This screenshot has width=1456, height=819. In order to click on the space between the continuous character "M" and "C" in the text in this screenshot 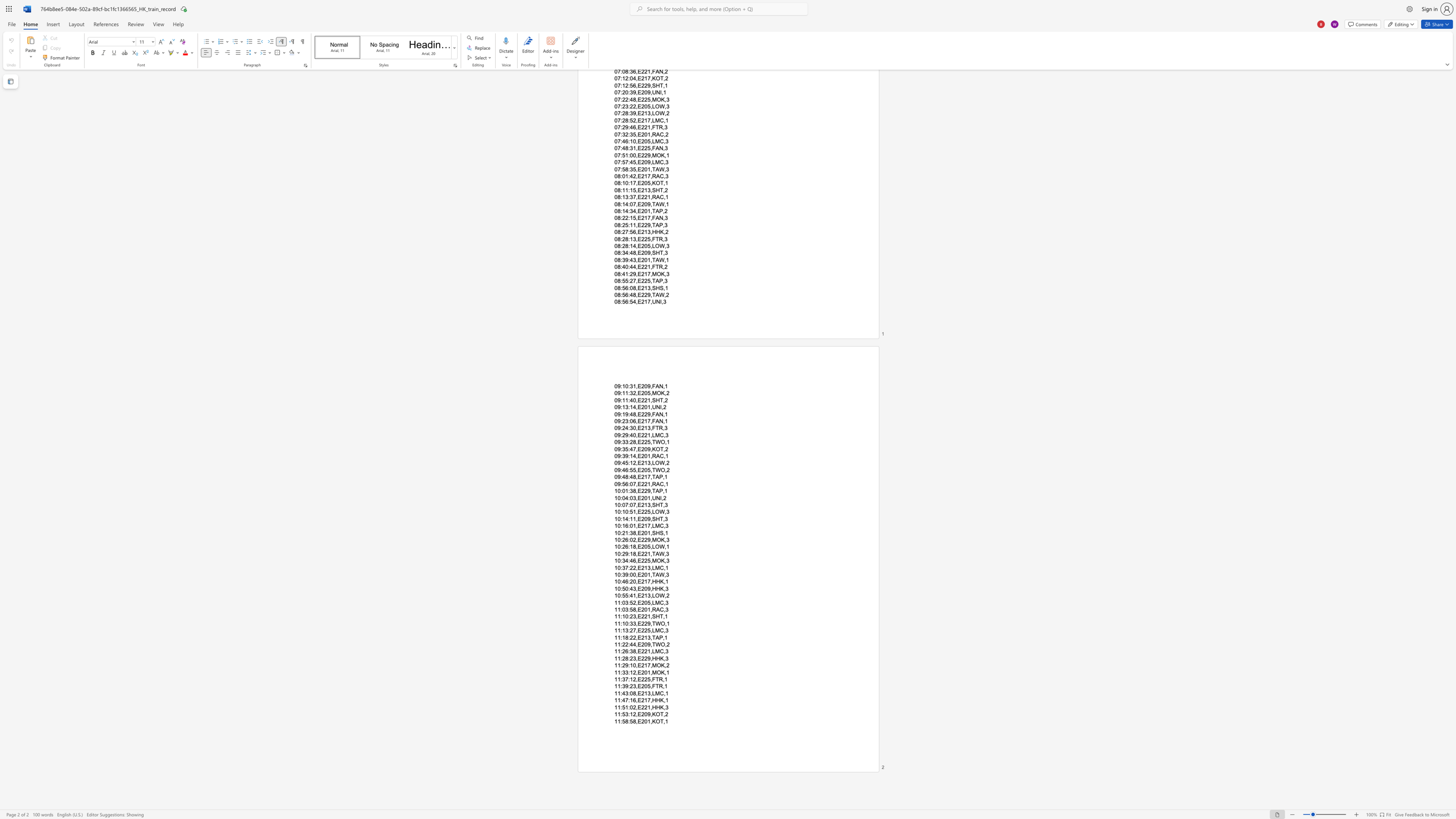, I will do `click(658, 651)`.